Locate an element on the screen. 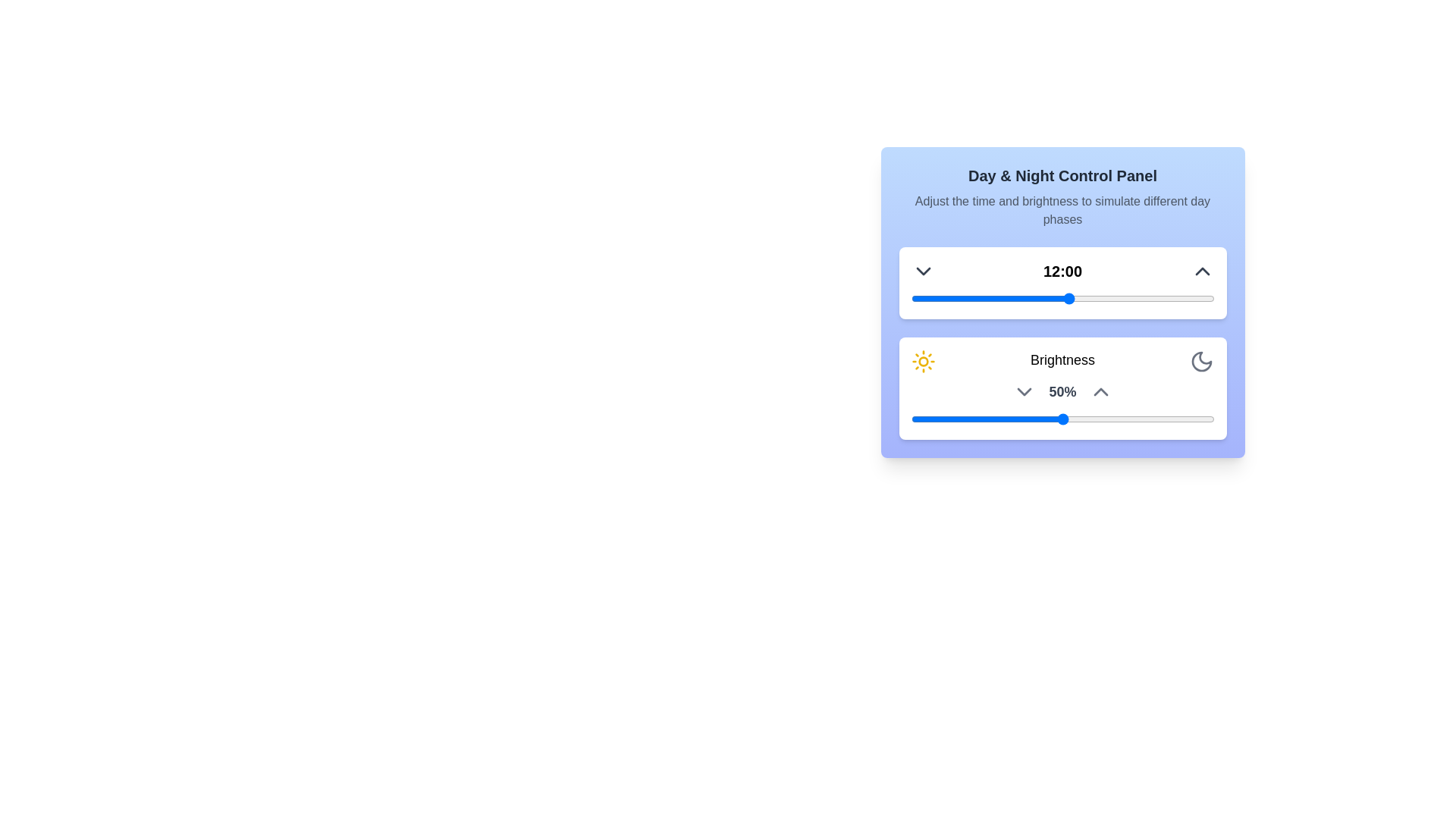  the chevron-shaped upward arrow icon button located to the right of the '12:00' label in the Day & Night Control Panel is located at coordinates (1201, 271).